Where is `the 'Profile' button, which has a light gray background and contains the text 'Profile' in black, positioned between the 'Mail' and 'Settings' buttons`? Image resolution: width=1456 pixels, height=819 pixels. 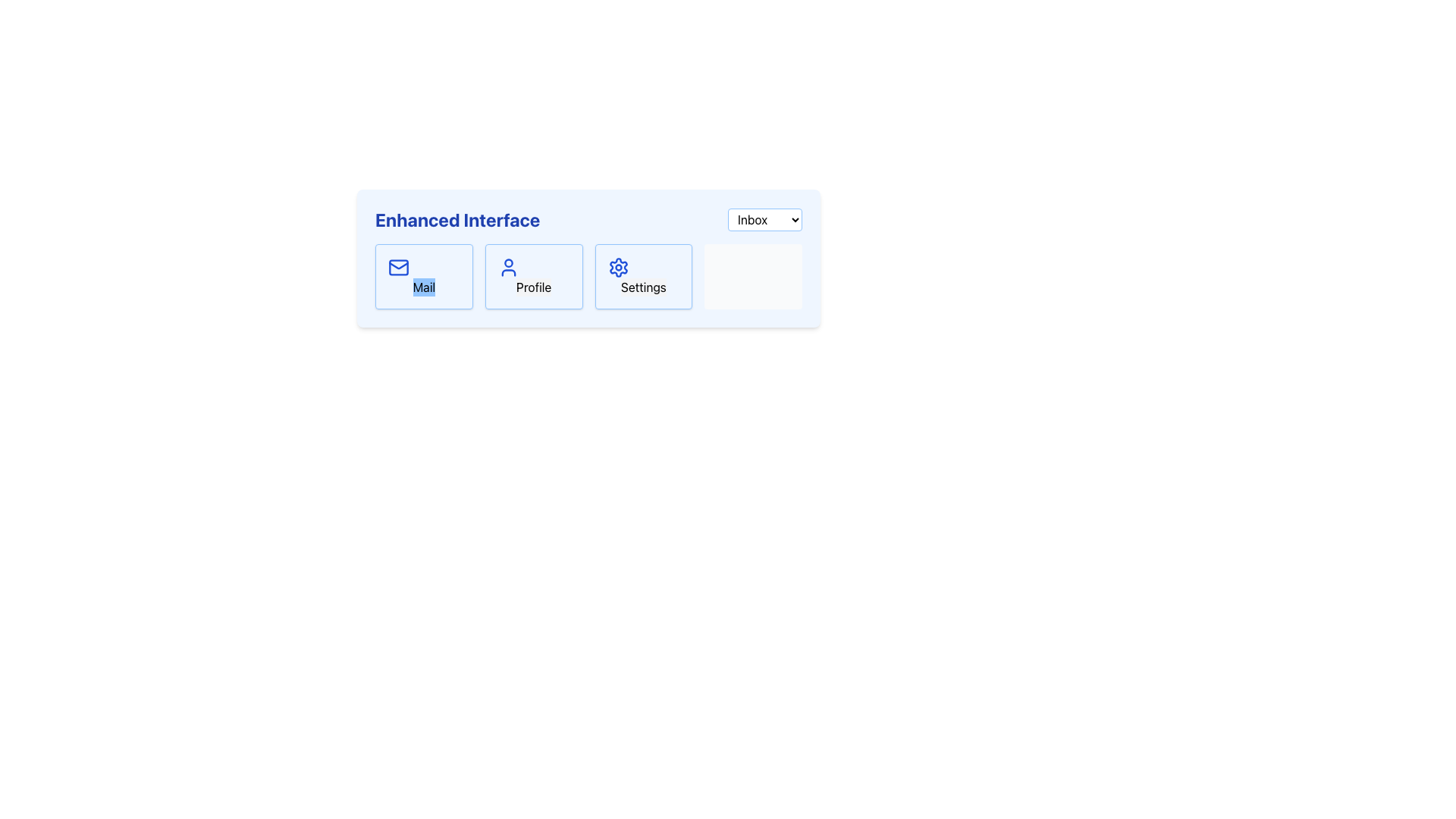 the 'Profile' button, which has a light gray background and contains the text 'Profile' in black, positioned between the 'Mail' and 'Settings' buttons is located at coordinates (534, 287).